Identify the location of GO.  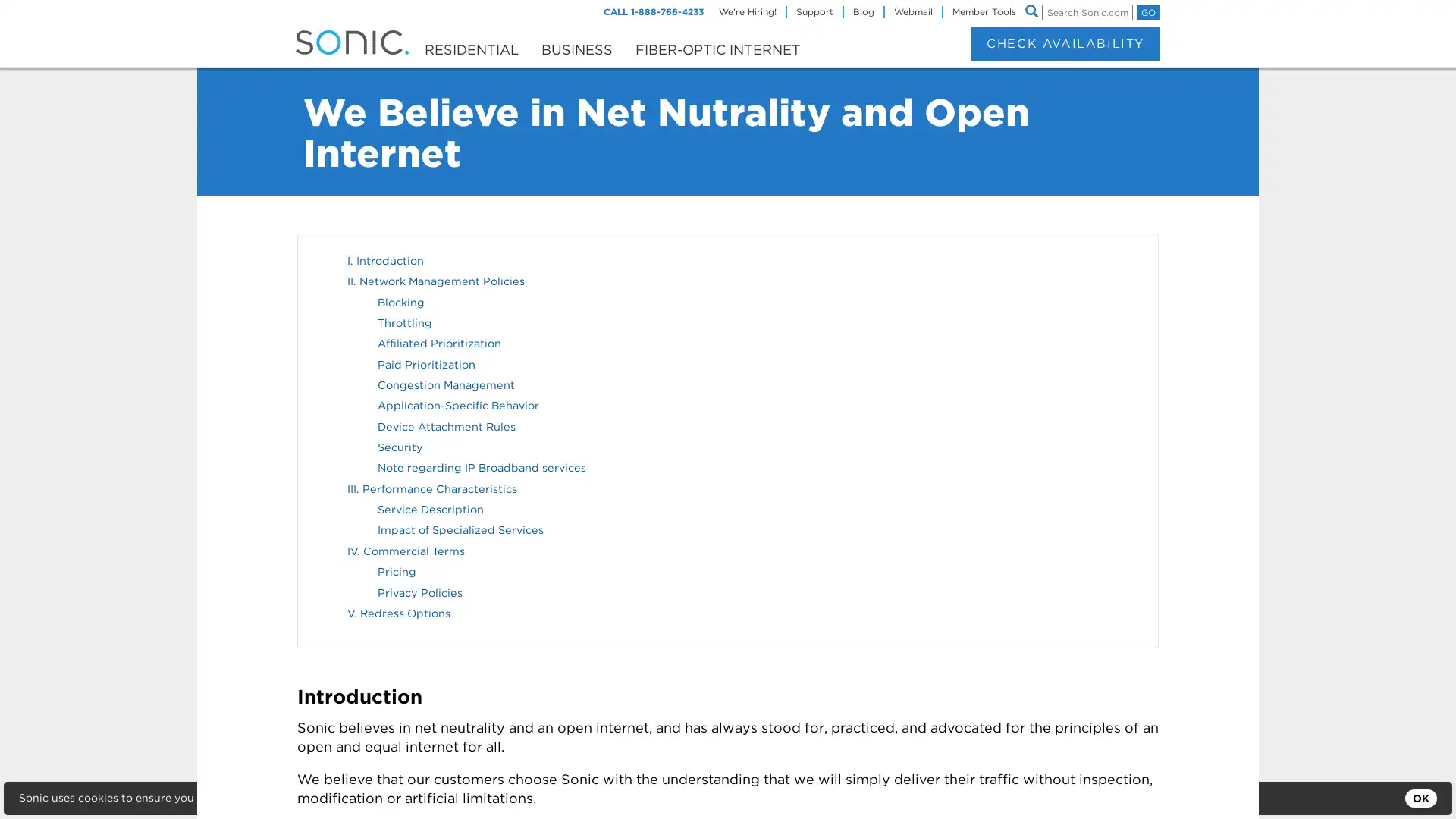
(1148, 12).